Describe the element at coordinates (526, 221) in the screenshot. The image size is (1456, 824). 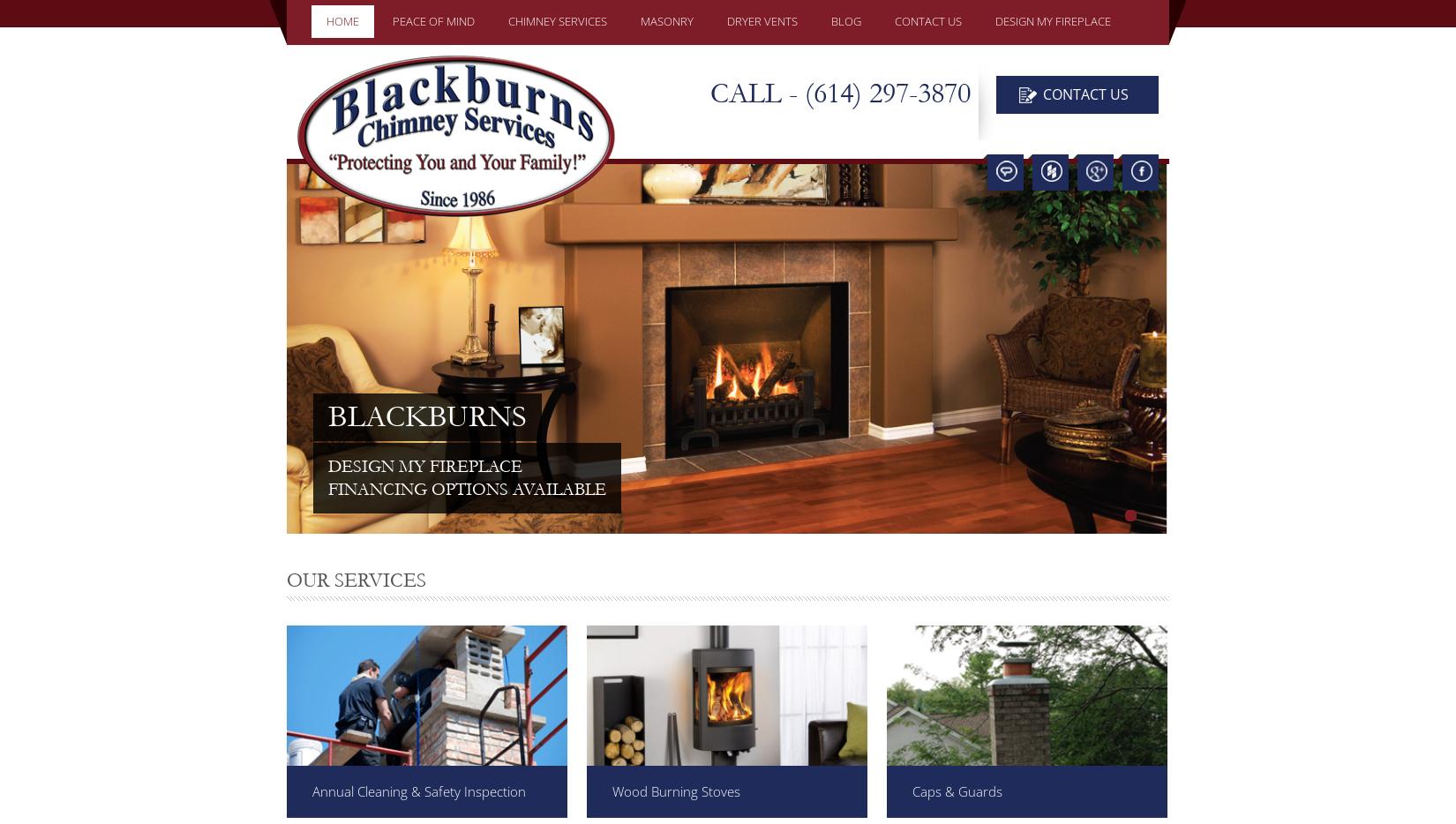
I see `'FAQ'` at that location.